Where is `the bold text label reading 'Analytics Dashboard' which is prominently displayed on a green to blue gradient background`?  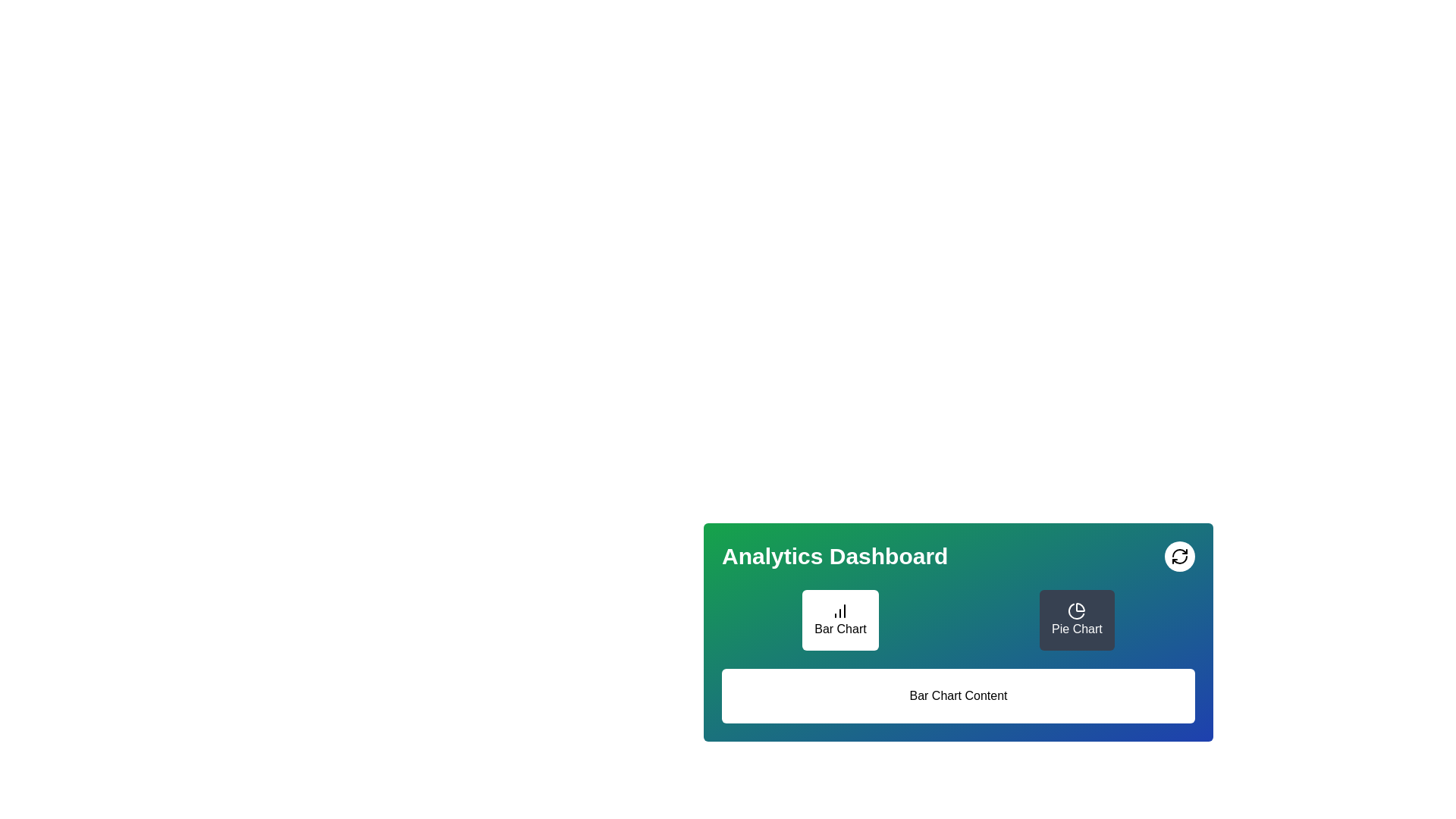
the bold text label reading 'Analytics Dashboard' which is prominently displayed on a green to blue gradient background is located at coordinates (834, 556).